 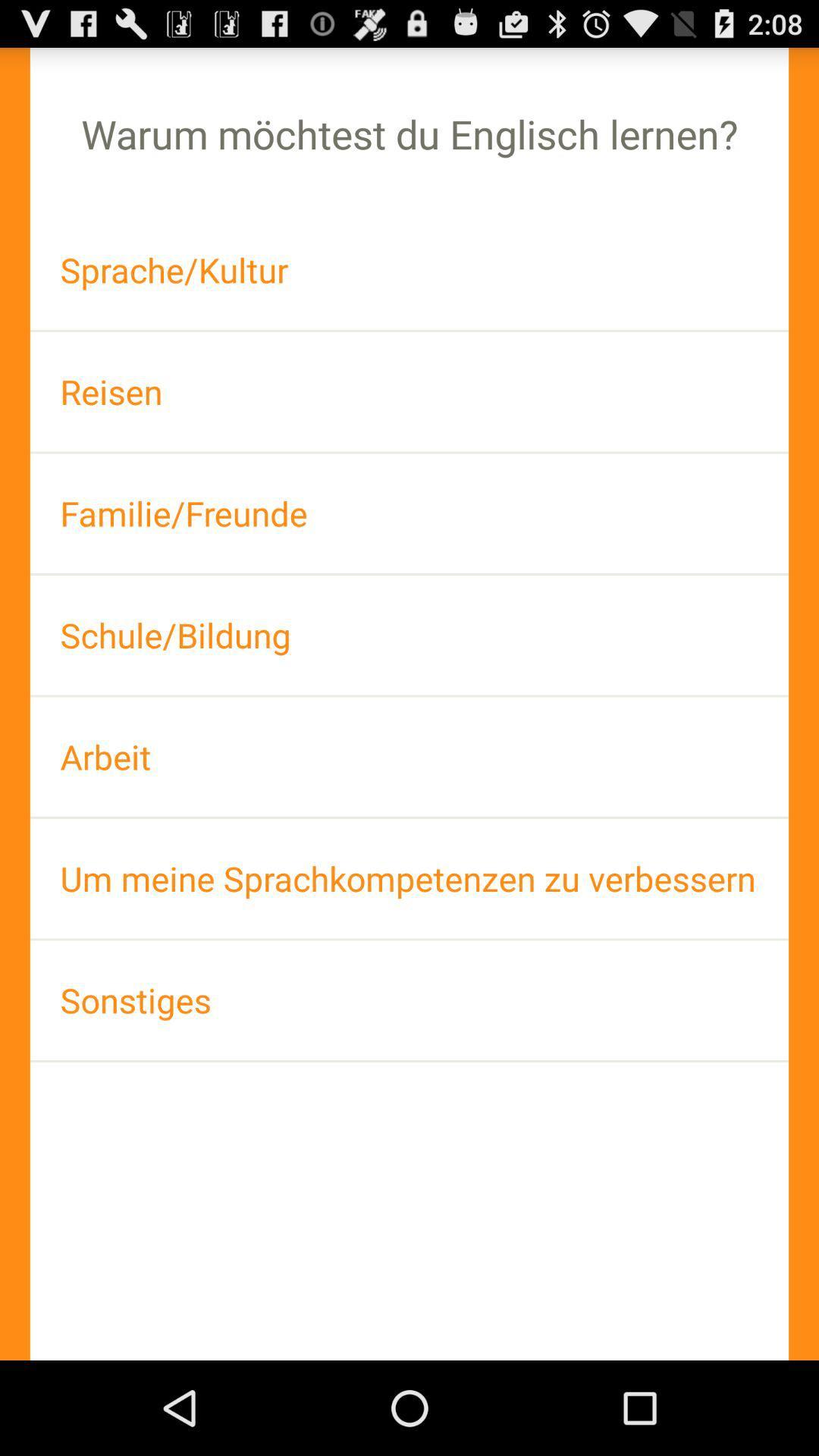 What do you see at coordinates (409, 878) in the screenshot?
I see `the um meine sprachkompetenzen` at bounding box center [409, 878].